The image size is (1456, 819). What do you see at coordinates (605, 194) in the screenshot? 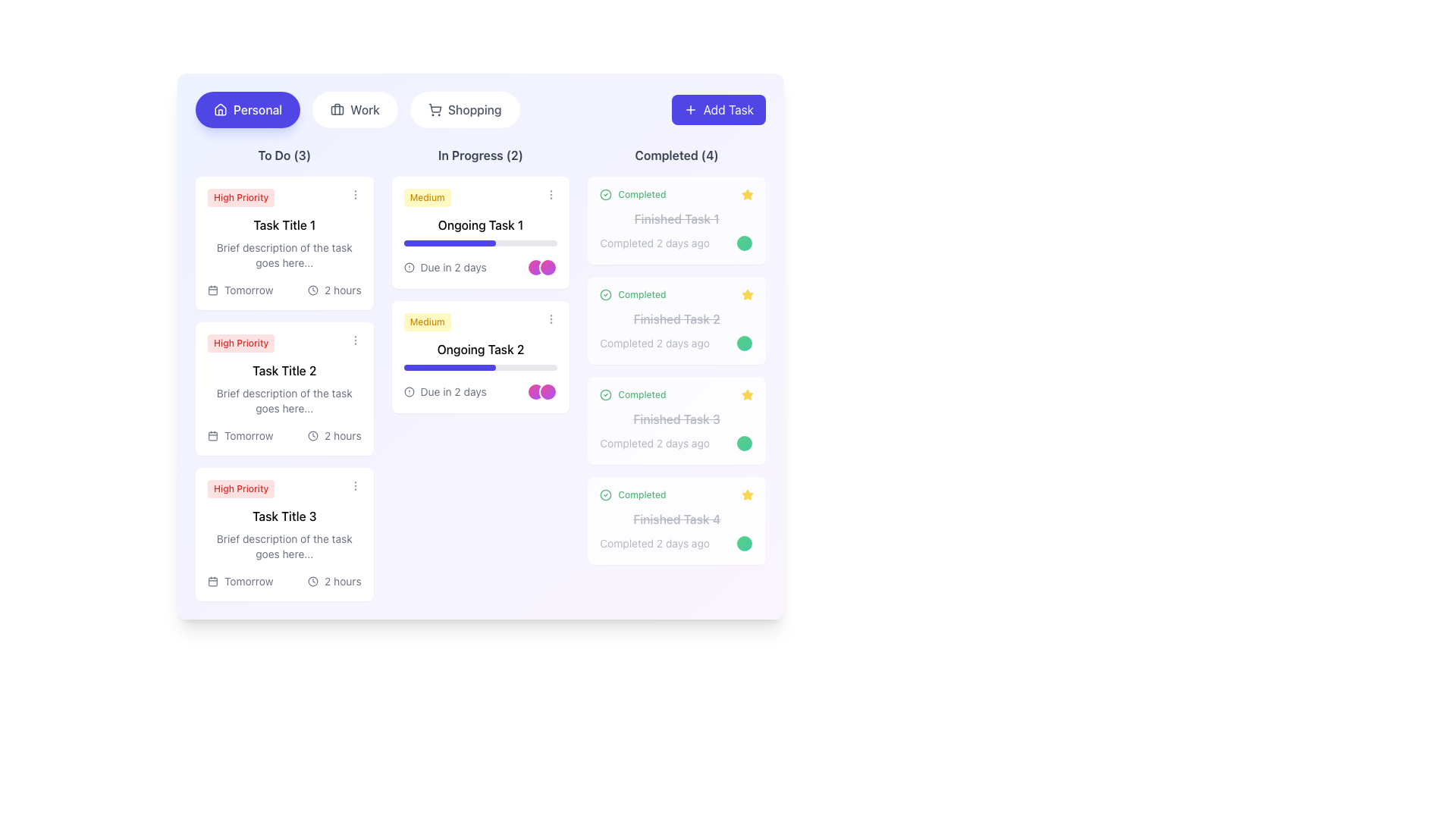
I see `the circular icon with a checkmark that signifies the completion of 'Finished Task 1' in the completed tasks list` at bounding box center [605, 194].